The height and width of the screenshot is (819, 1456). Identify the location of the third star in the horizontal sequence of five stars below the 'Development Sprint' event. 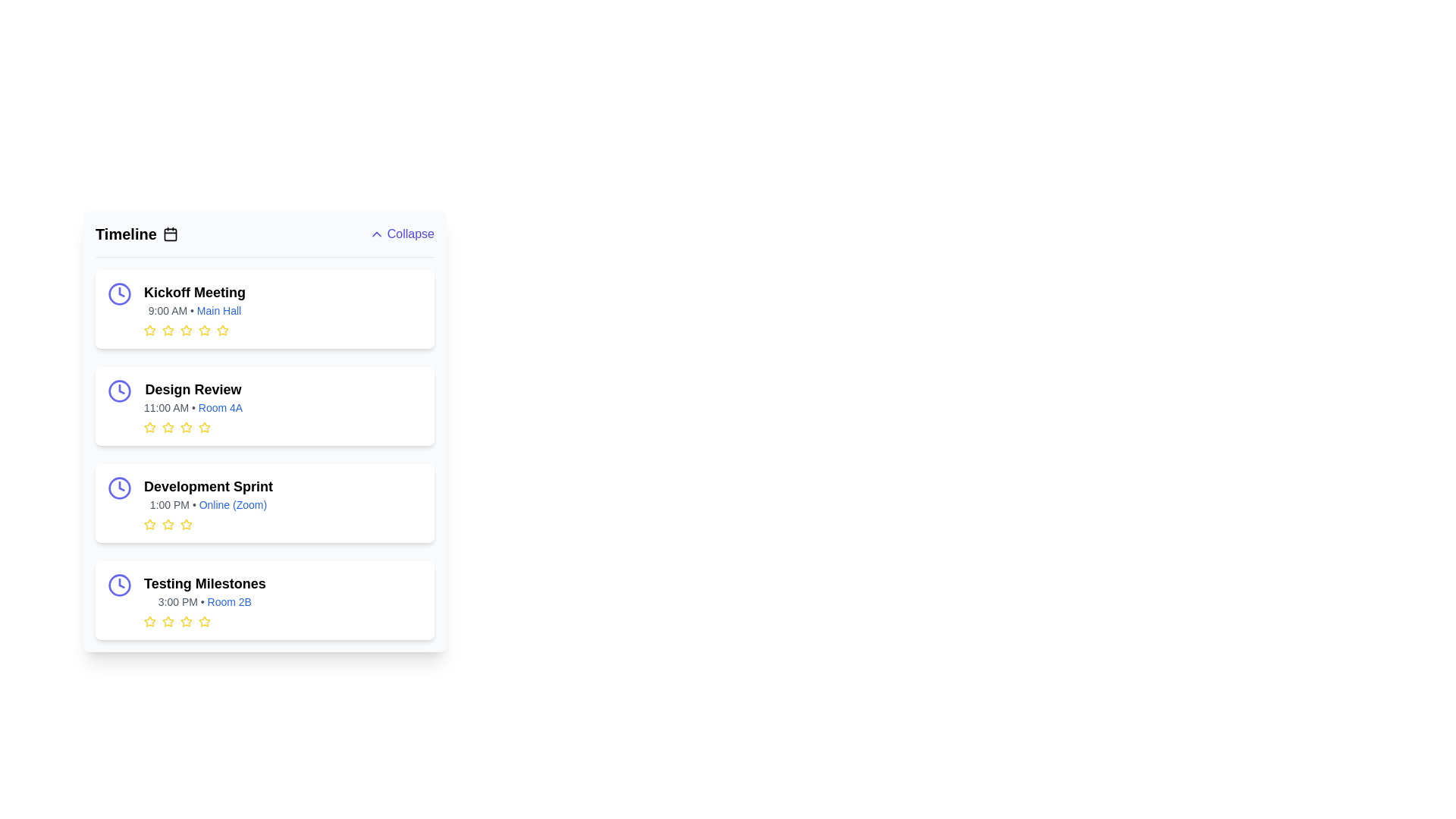
(168, 523).